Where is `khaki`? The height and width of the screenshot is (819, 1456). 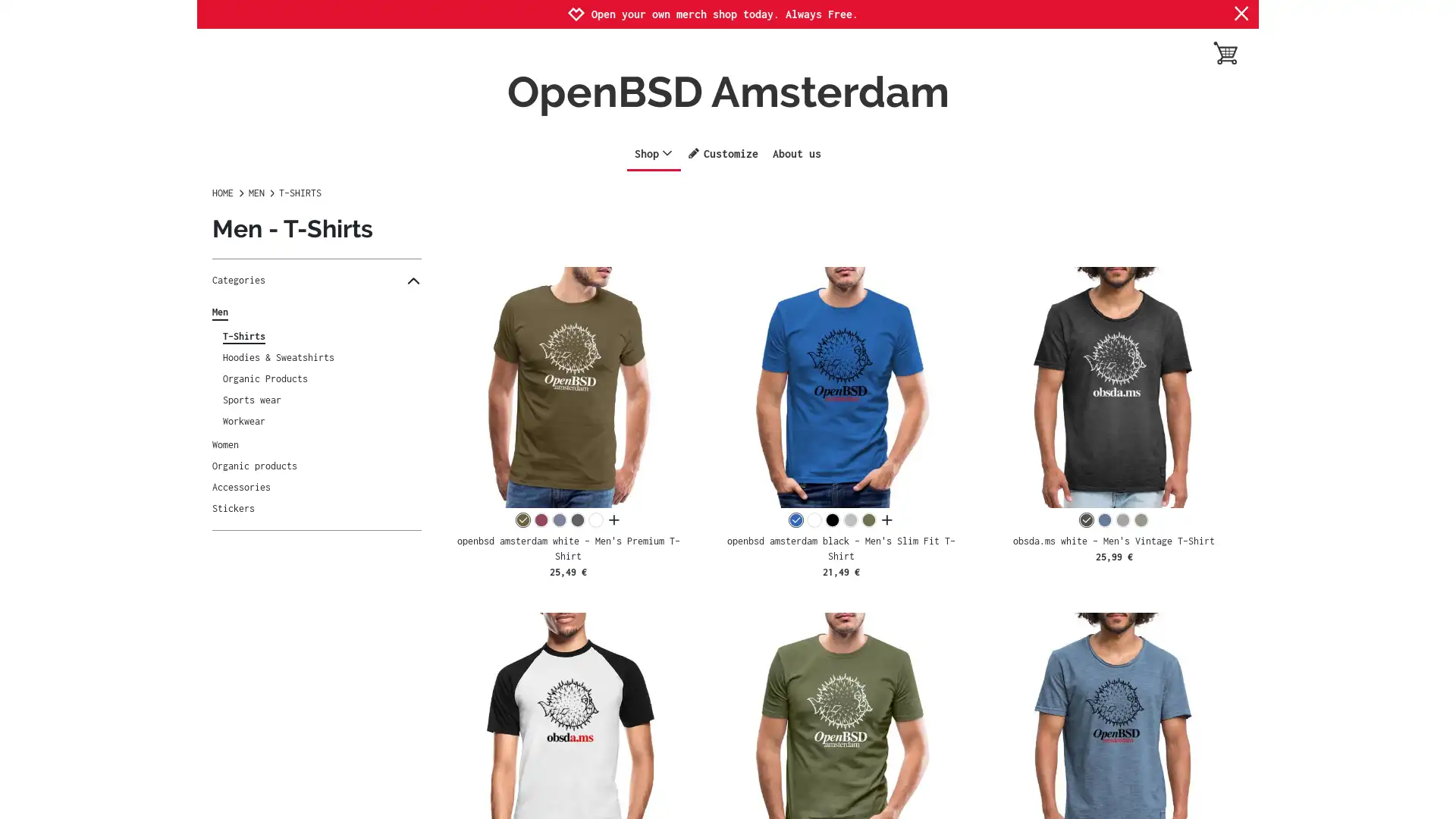 khaki is located at coordinates (522, 519).